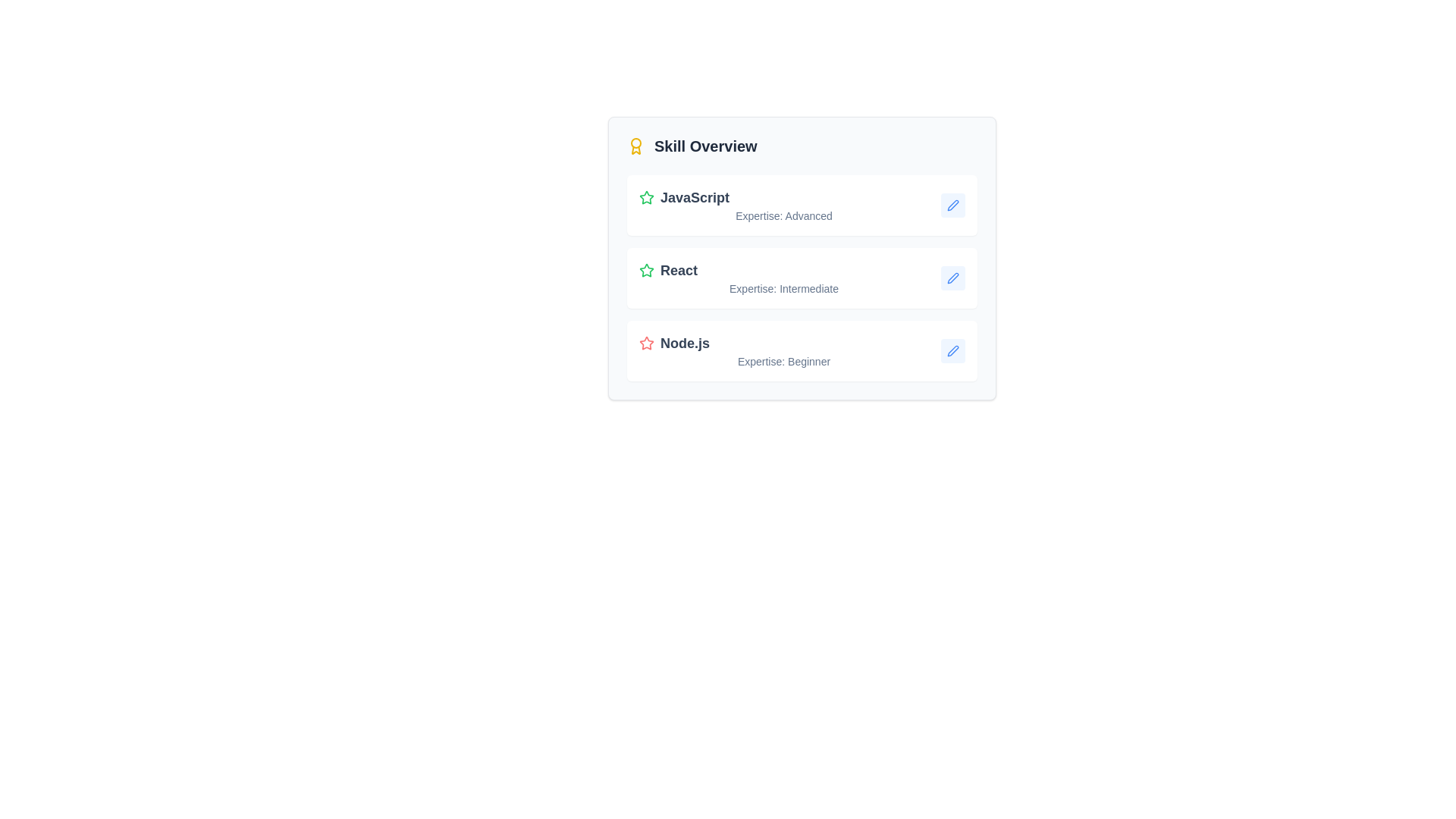 This screenshot has height=819, width=1456. What do you see at coordinates (952, 350) in the screenshot?
I see `the edit button located at the rightmost position within the Node.js skill section` at bounding box center [952, 350].